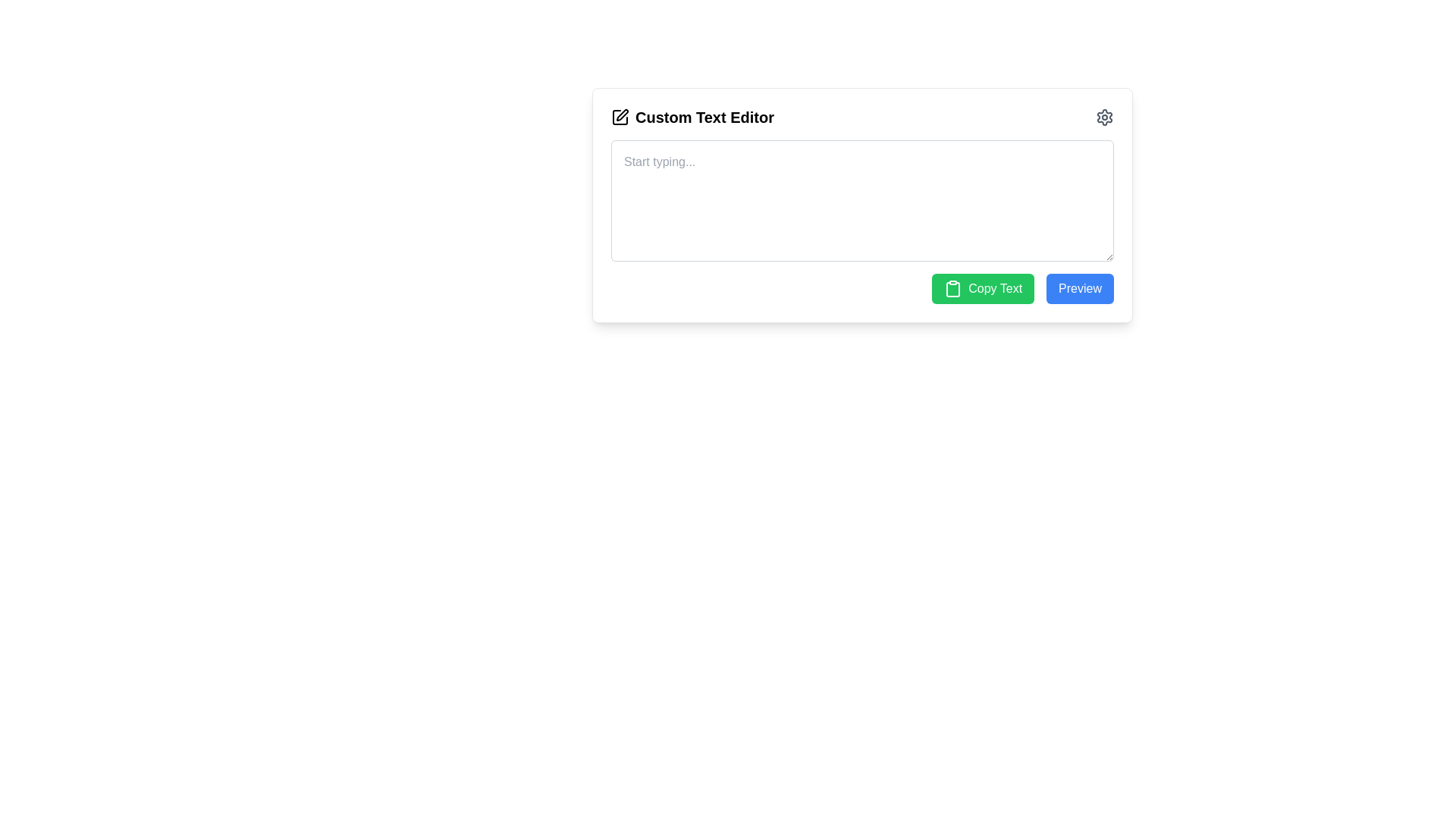 This screenshot has width=1456, height=819. Describe the element at coordinates (692, 116) in the screenshot. I see `title of the text label saying 'Custom Text Editor' located in the top-left section of the header area` at that location.